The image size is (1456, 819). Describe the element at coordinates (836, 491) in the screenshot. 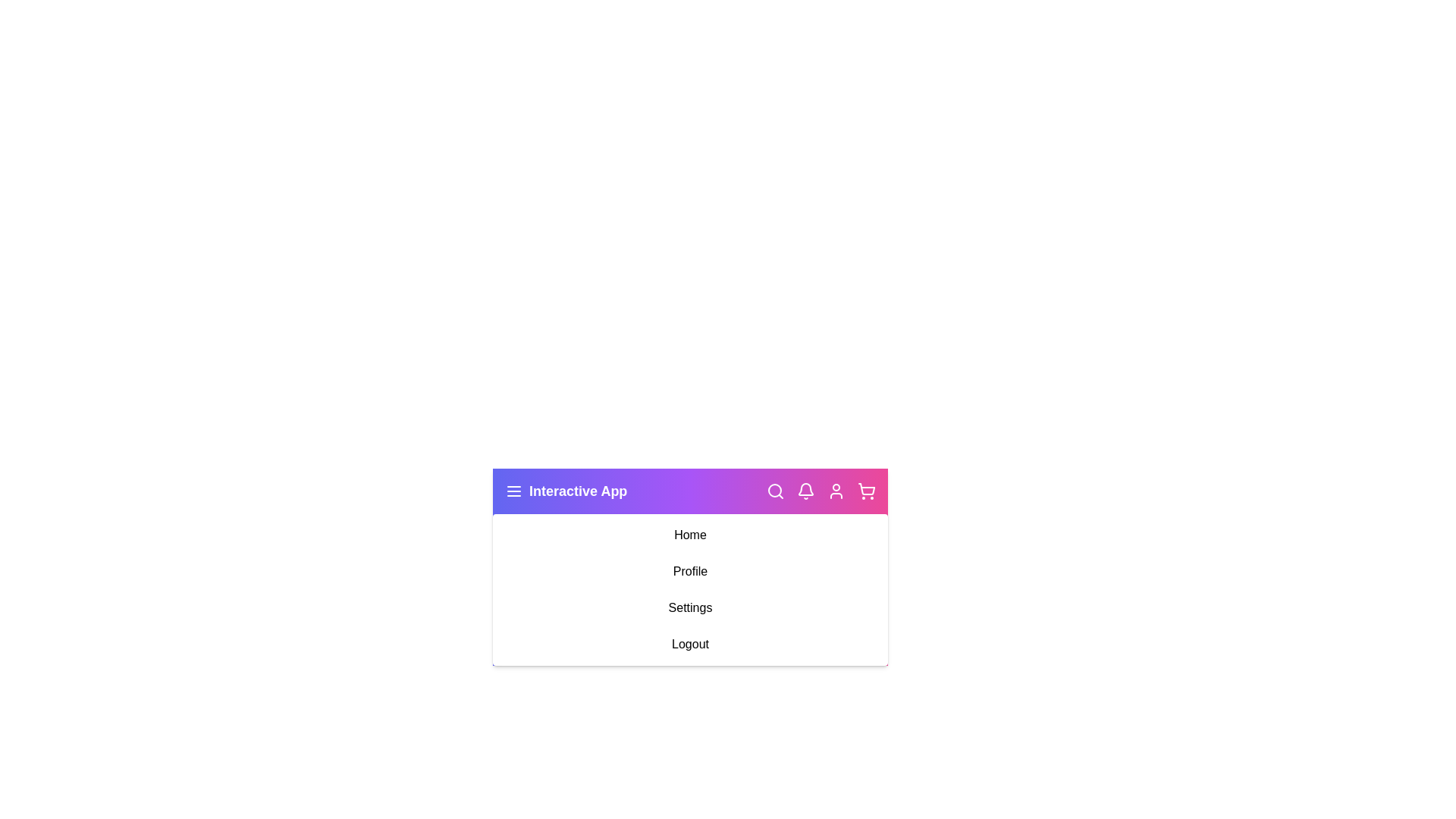

I see `the user icon to view profile-related options` at that location.